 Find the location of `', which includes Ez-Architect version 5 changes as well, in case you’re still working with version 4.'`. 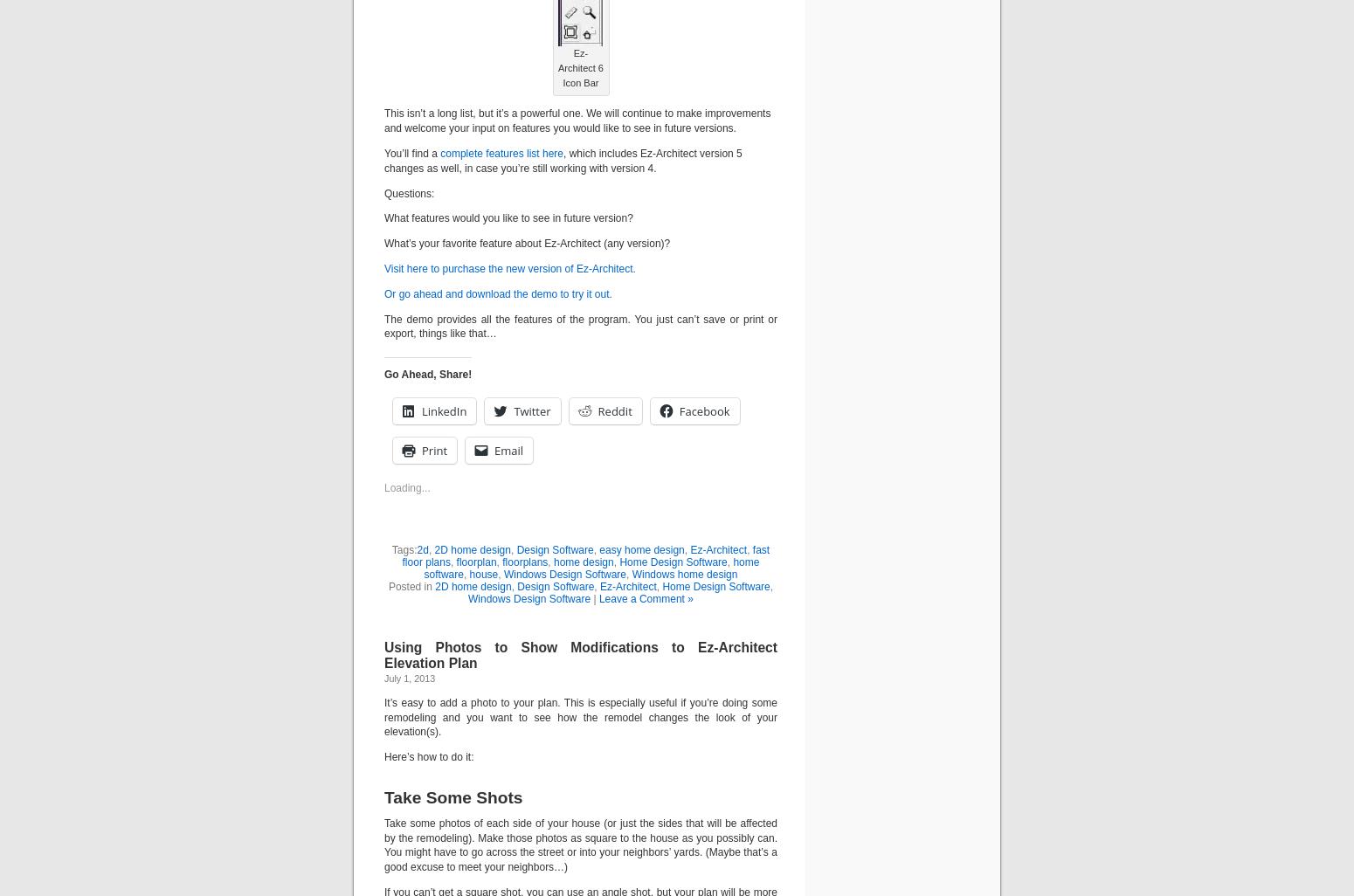

', which includes Ez-Architect version 5 changes as well, in case you’re still working with version 4.' is located at coordinates (562, 159).